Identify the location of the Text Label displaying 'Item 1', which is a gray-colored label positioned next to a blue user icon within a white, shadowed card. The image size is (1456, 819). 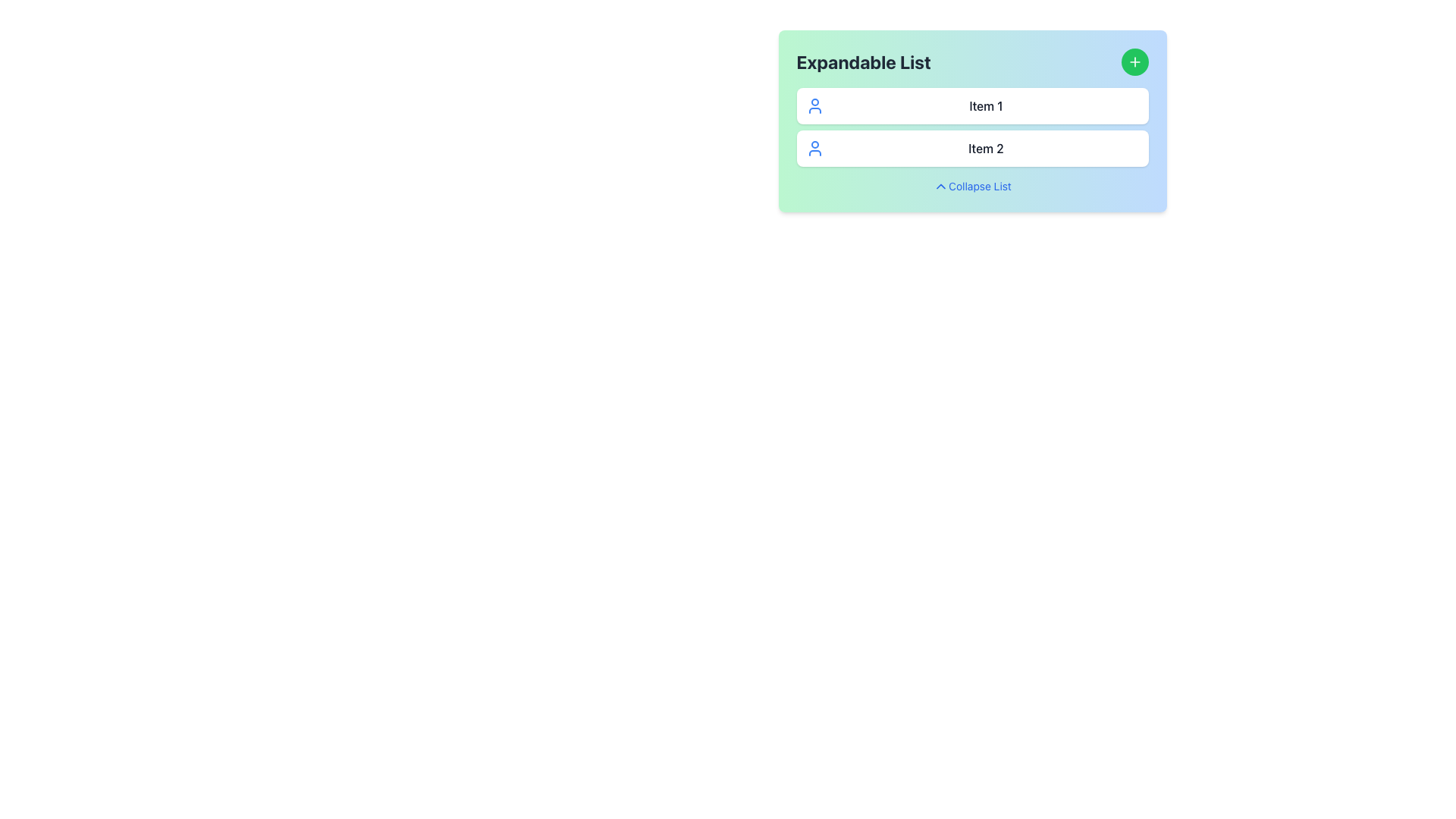
(986, 105).